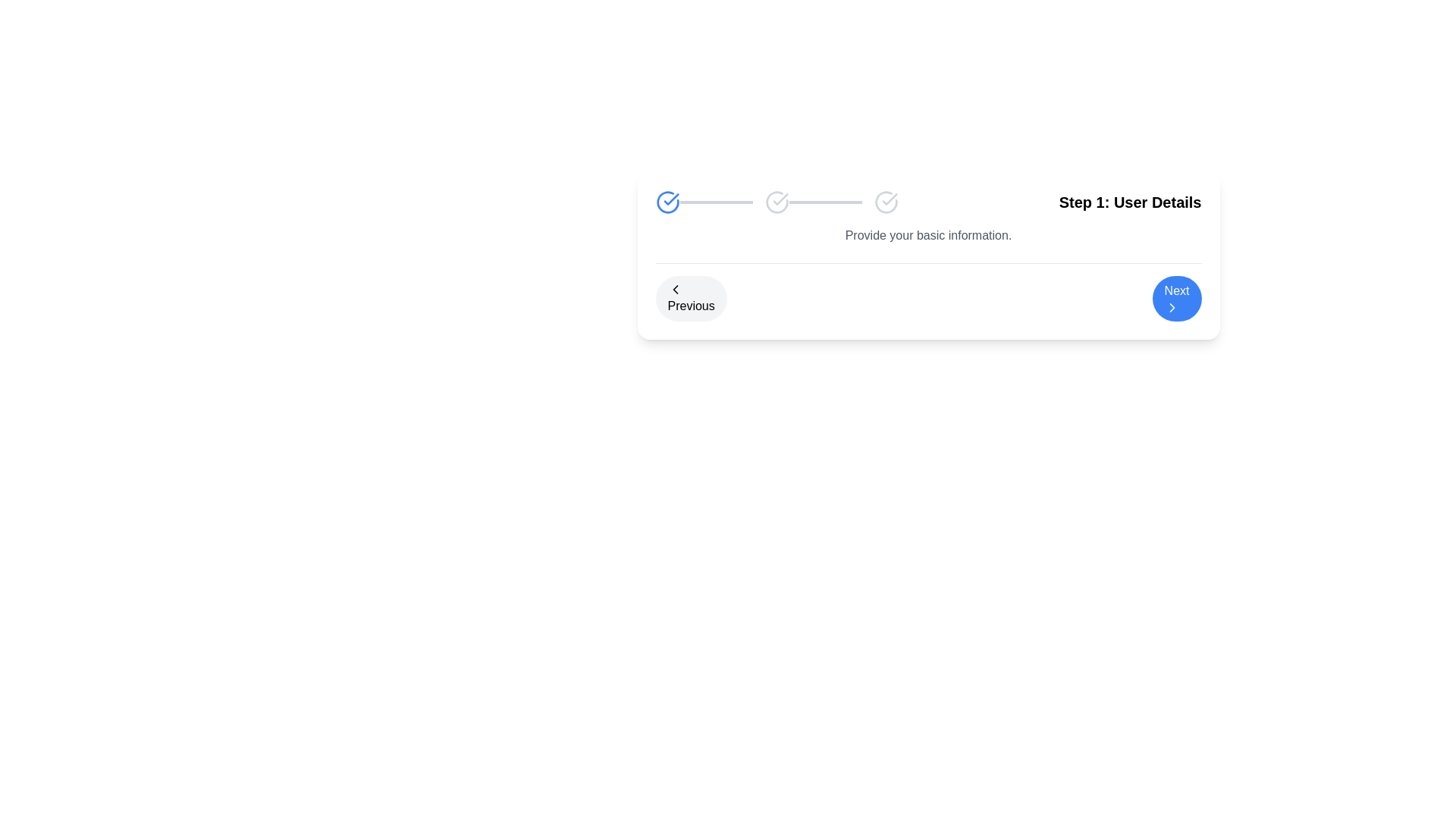 The image size is (1456, 819). What do you see at coordinates (927, 236) in the screenshot?
I see `the text label displaying 'Provide your basic information.' which is styled with a gray and medium-sized font, located beneath the title 'Step 1: User Details.'` at bounding box center [927, 236].